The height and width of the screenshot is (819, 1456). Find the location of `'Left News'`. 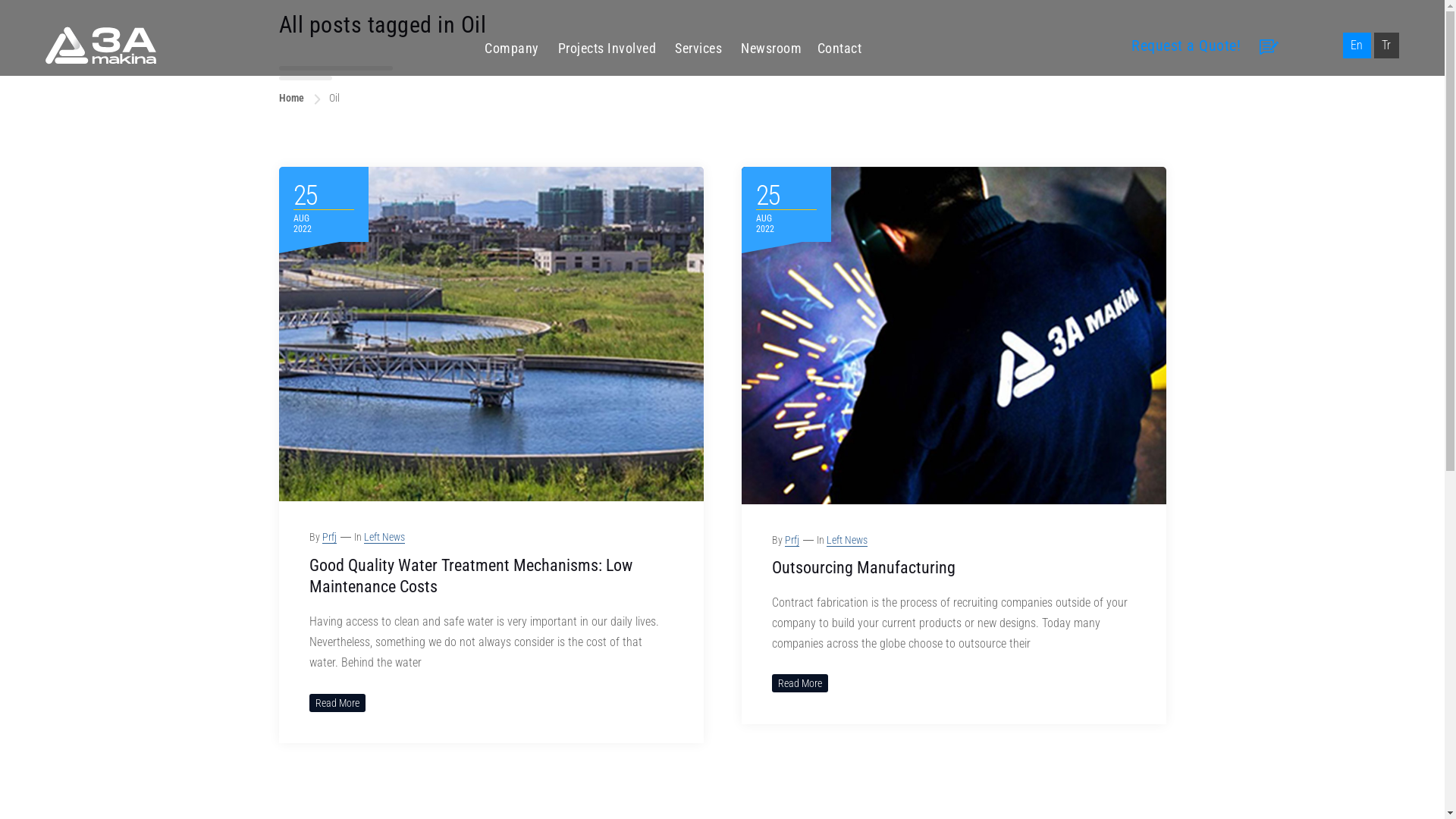

'Left News' is located at coordinates (384, 536).